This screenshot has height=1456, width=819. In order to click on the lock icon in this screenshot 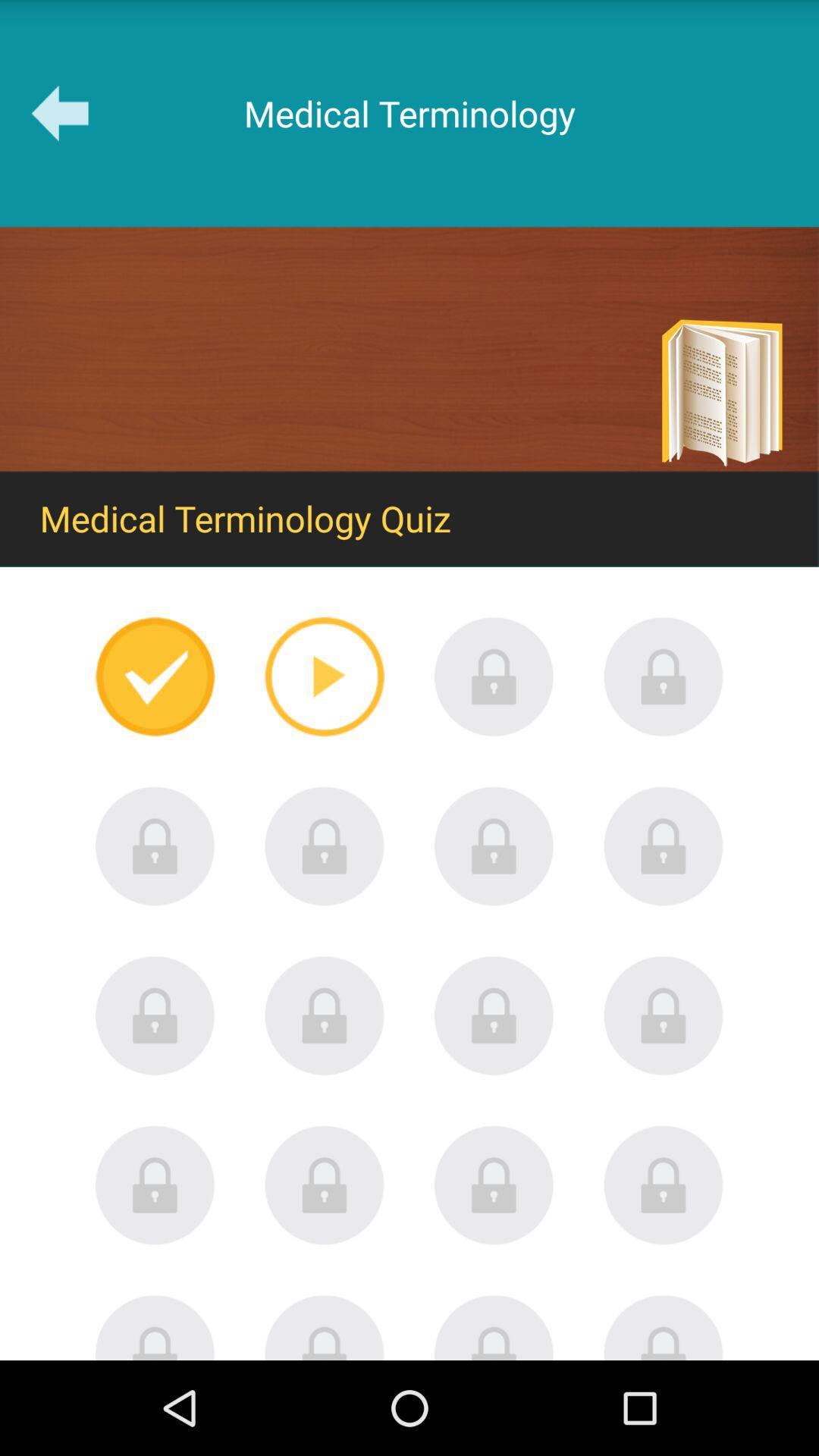, I will do `click(324, 1086)`.